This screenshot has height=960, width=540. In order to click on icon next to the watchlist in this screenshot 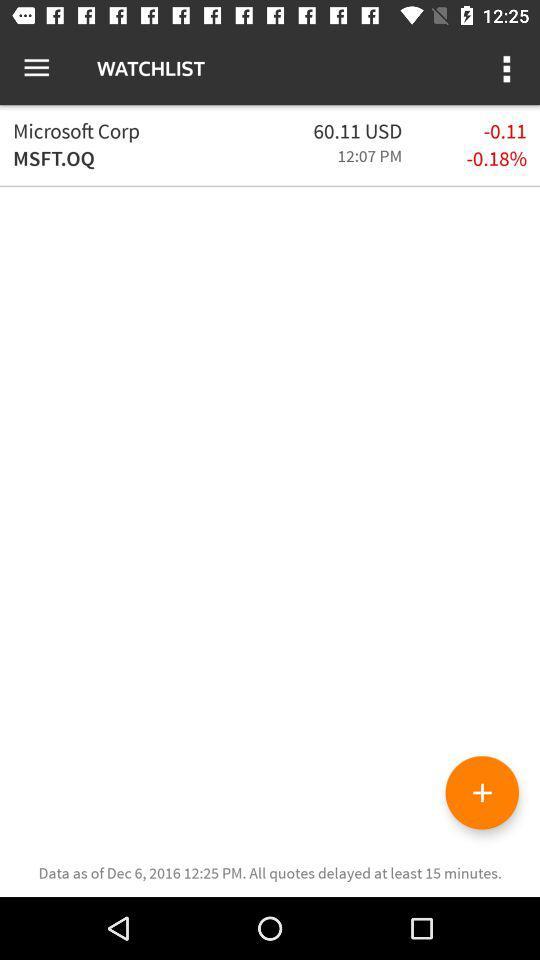, I will do `click(508, 68)`.